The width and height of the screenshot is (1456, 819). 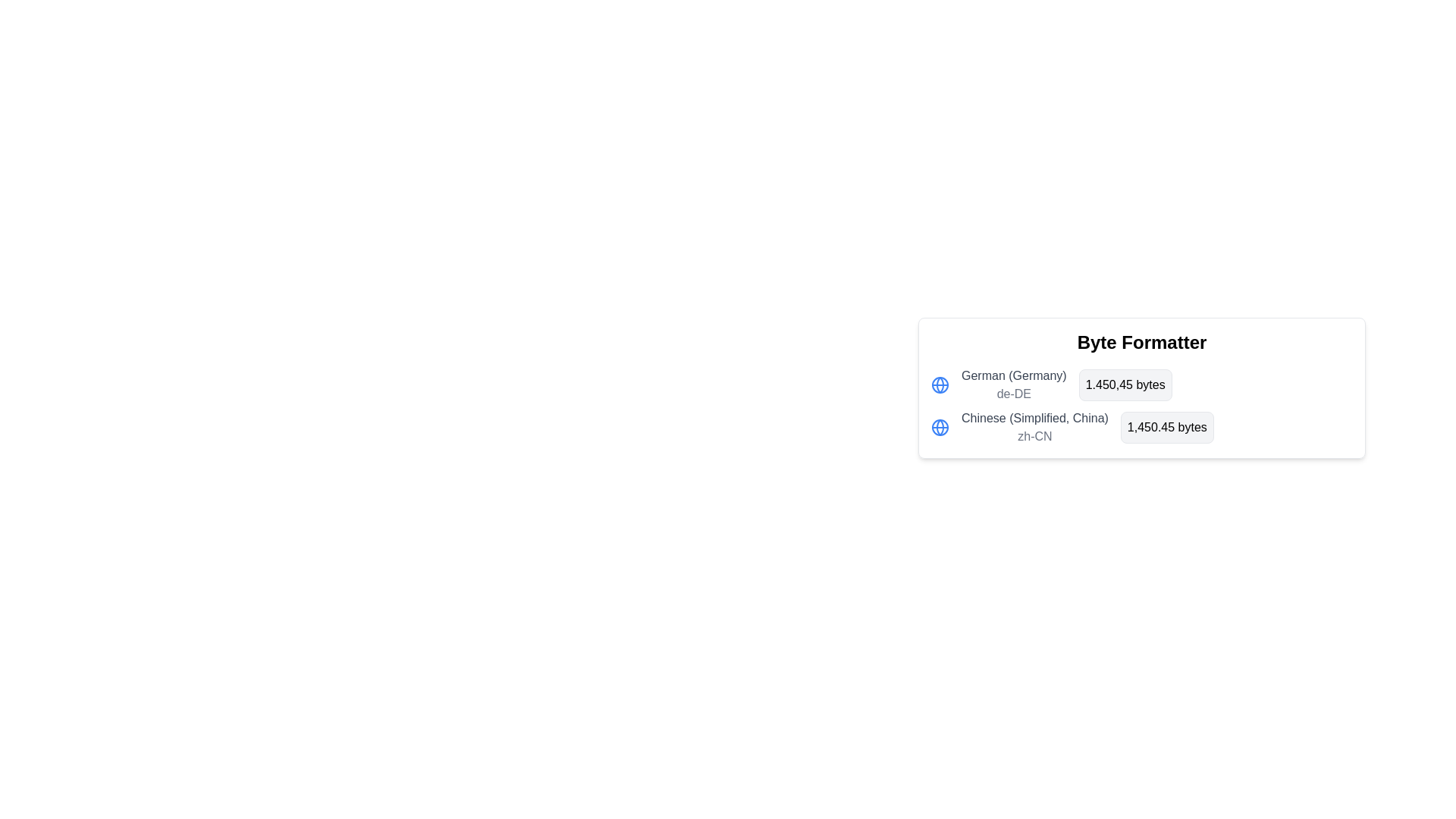 I want to click on the SVG globe icon located at the leftmost side of the 'Chinese (Simplified, China) zh-CN 1,450.45 bytes' section, so click(x=939, y=427).